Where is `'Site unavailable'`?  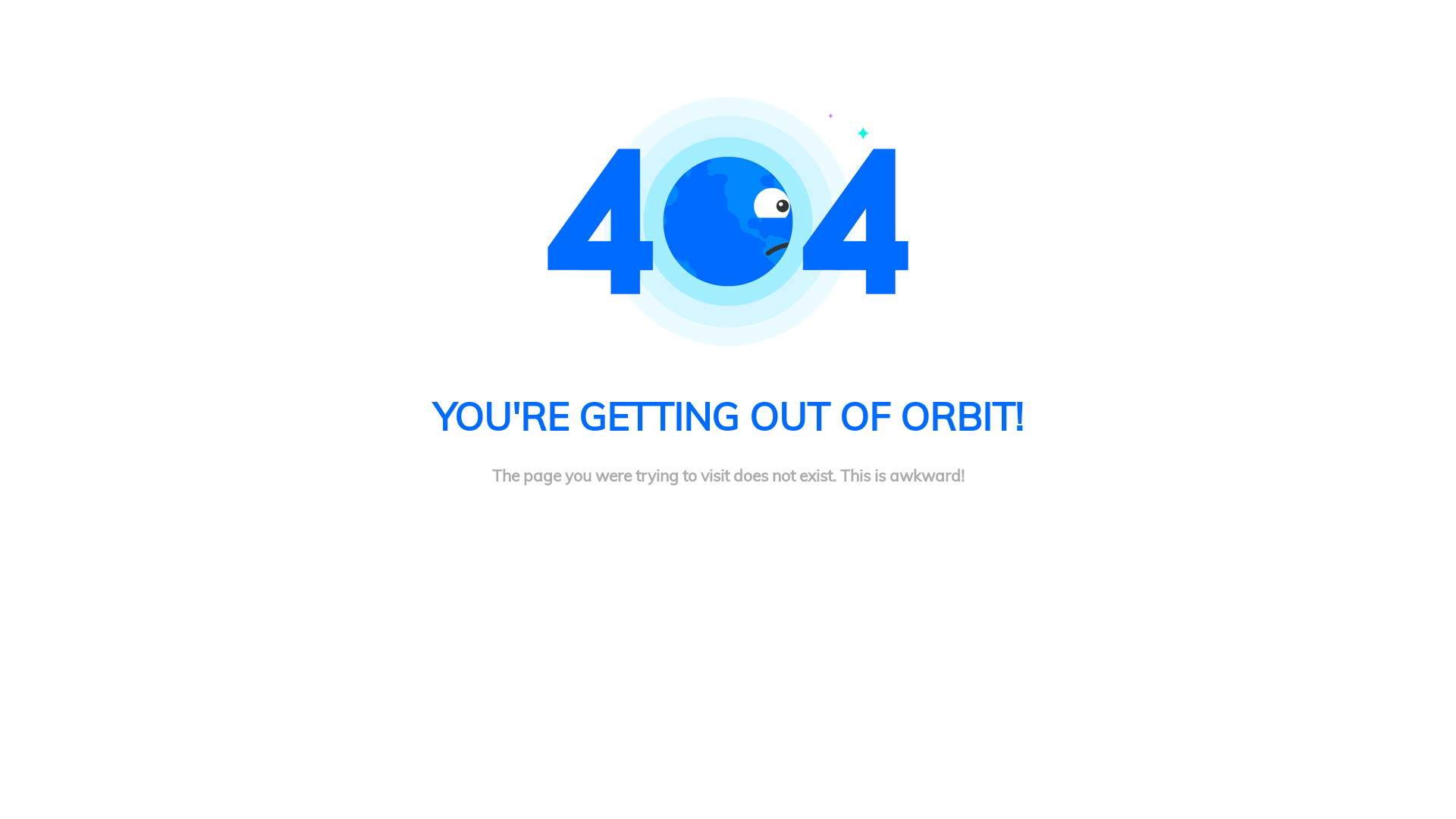 'Site unavailable' is located at coordinates (728, 221).